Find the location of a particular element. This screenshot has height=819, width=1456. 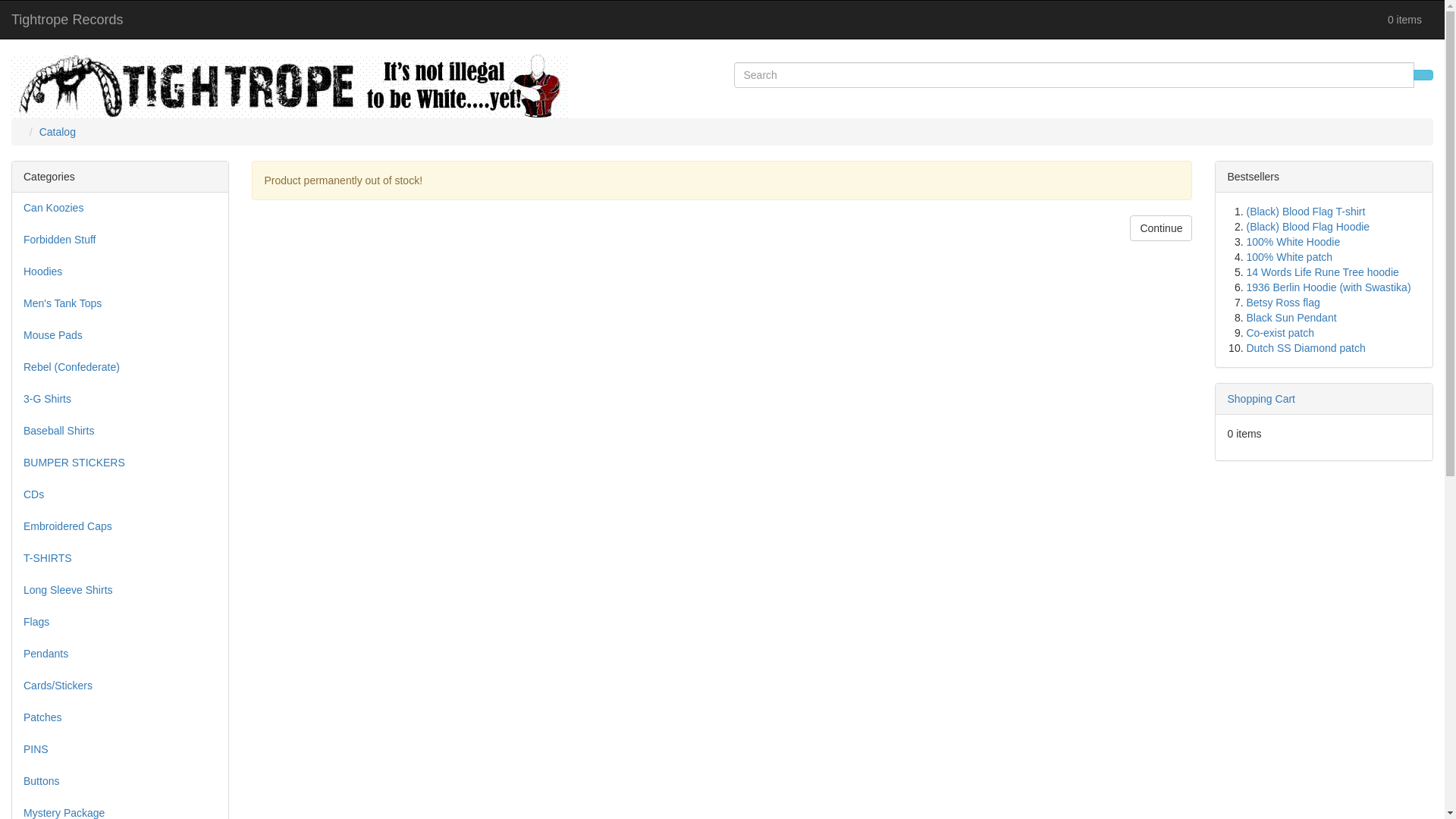

'Long Sleeve Shirts' is located at coordinates (119, 589).